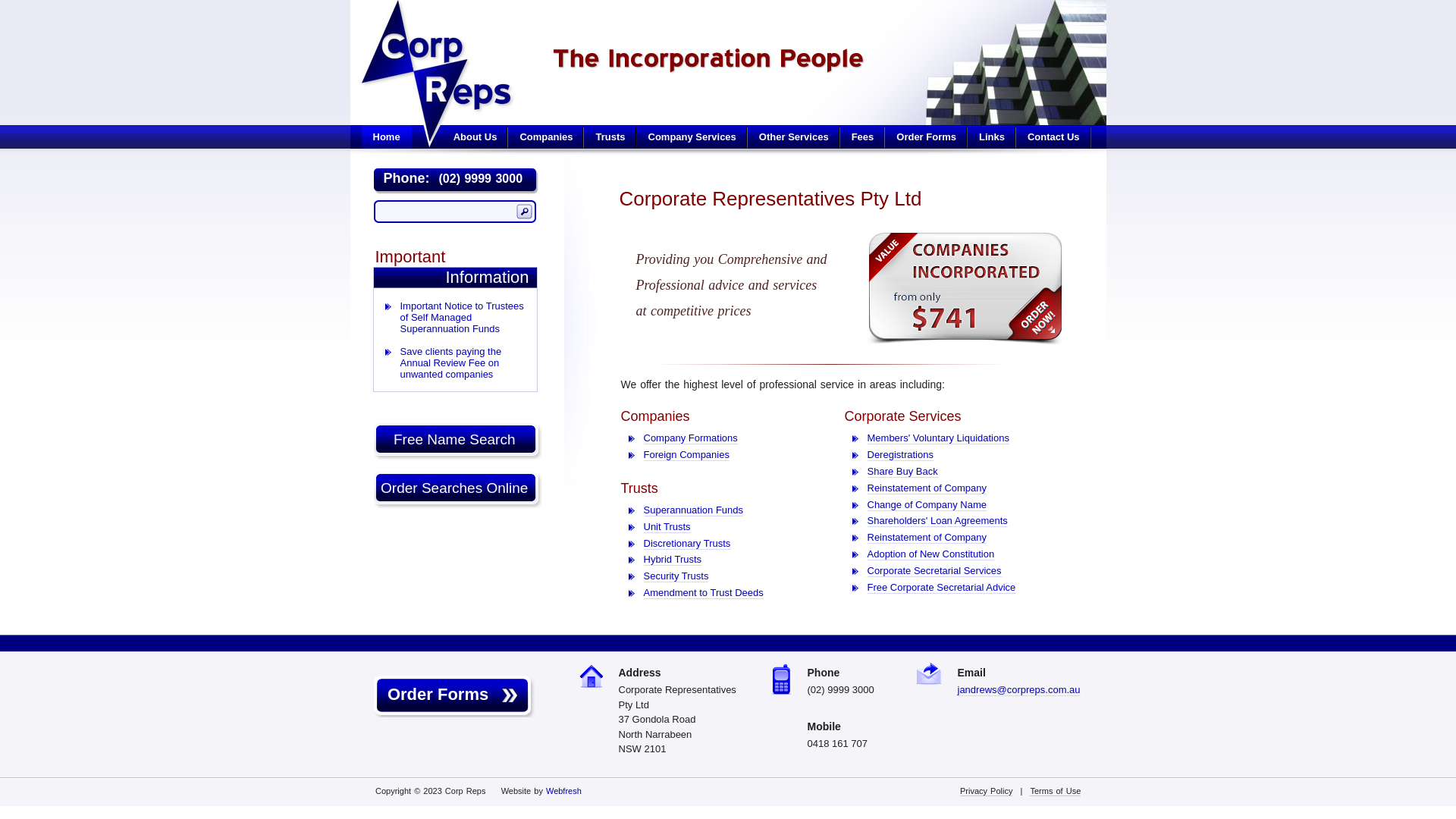 The width and height of the screenshot is (1456, 819). What do you see at coordinates (457, 441) in the screenshot?
I see `'Free Name Search  '` at bounding box center [457, 441].